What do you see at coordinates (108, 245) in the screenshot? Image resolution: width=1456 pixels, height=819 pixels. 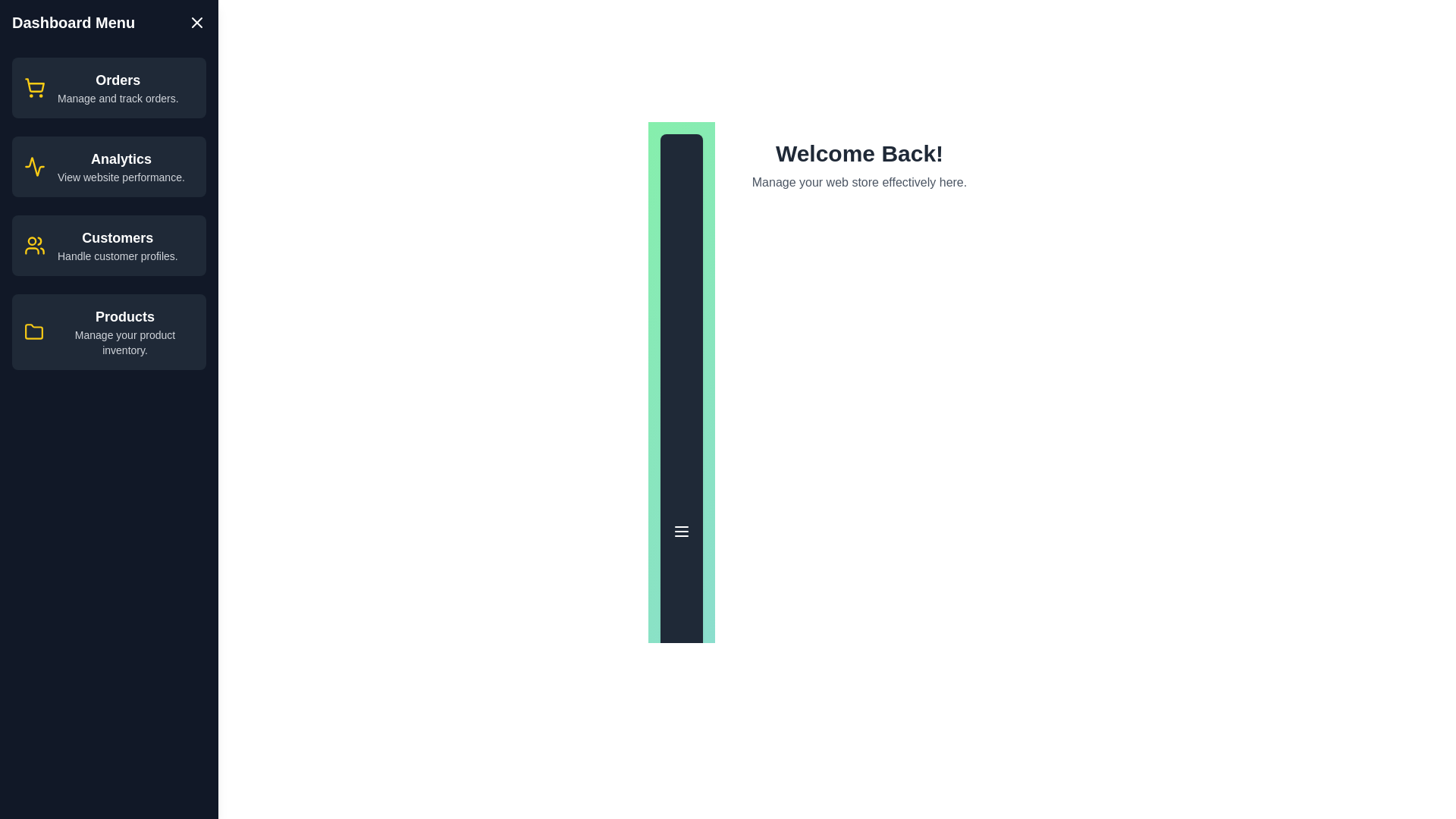 I see `the menu item labeled 'Customers' to view its hover effect` at bounding box center [108, 245].